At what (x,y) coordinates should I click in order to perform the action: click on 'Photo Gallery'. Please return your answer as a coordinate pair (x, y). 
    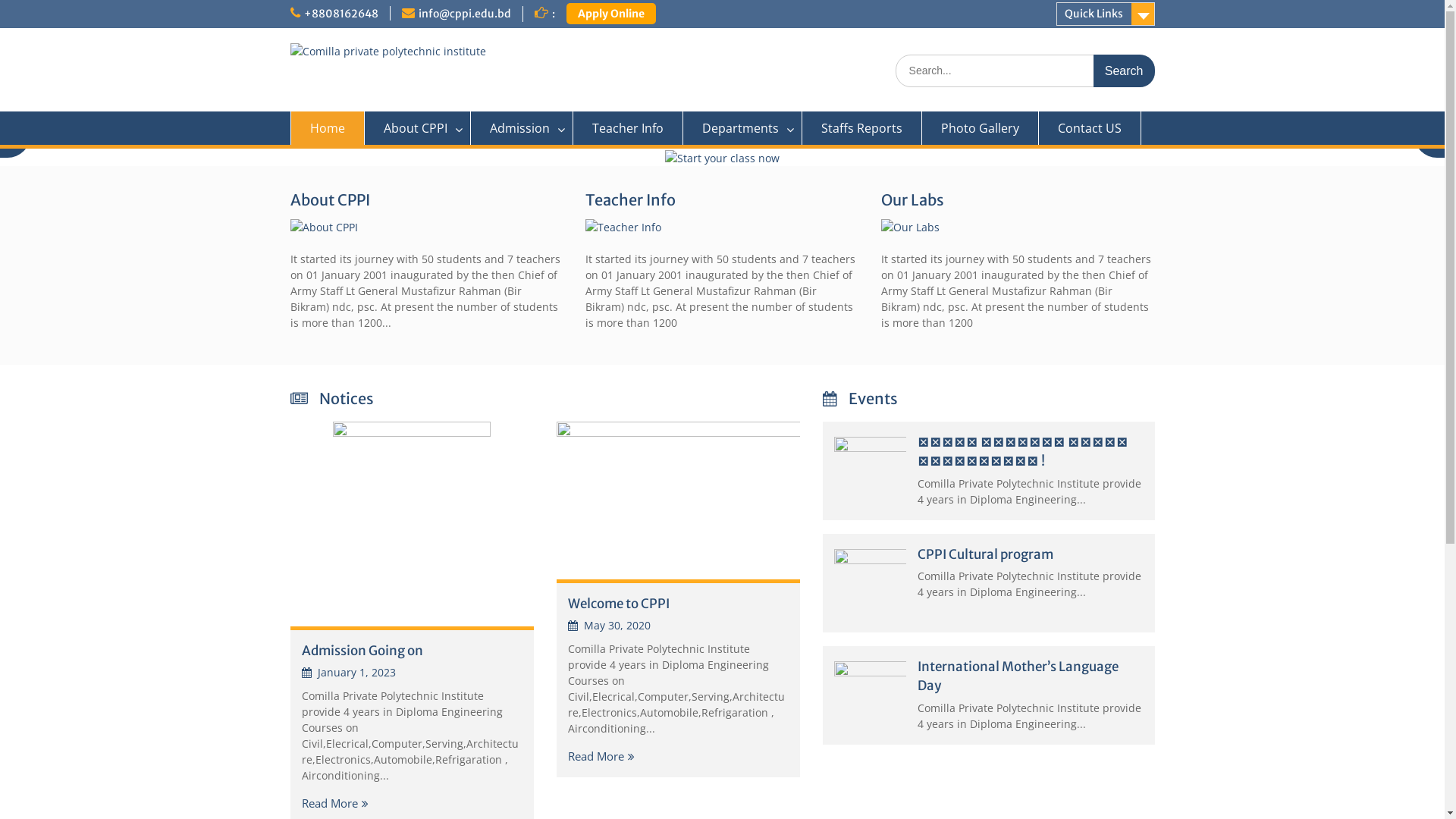
    Looking at the image, I should click on (980, 127).